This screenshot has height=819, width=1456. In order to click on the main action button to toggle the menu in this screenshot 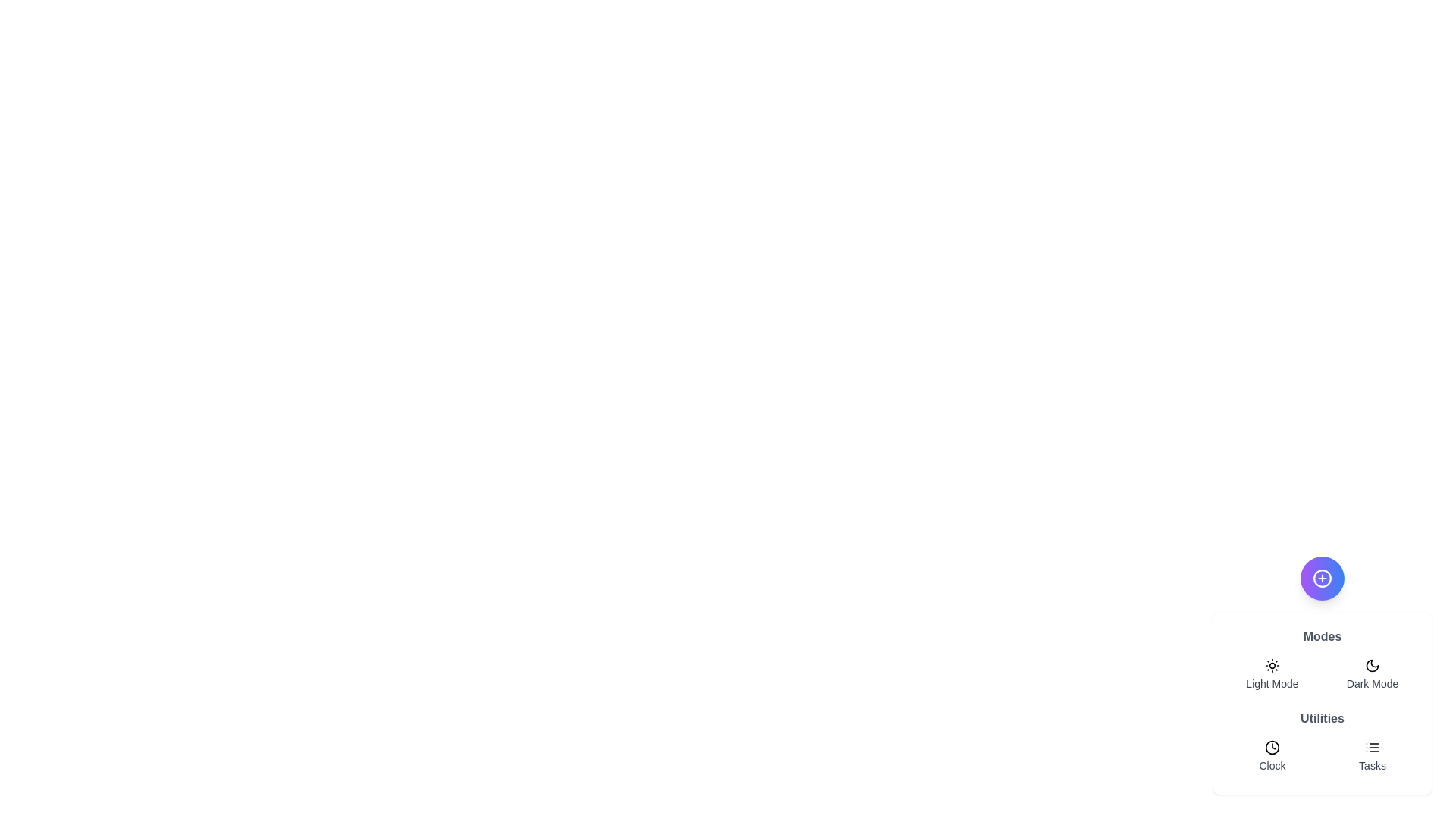, I will do `click(1321, 579)`.